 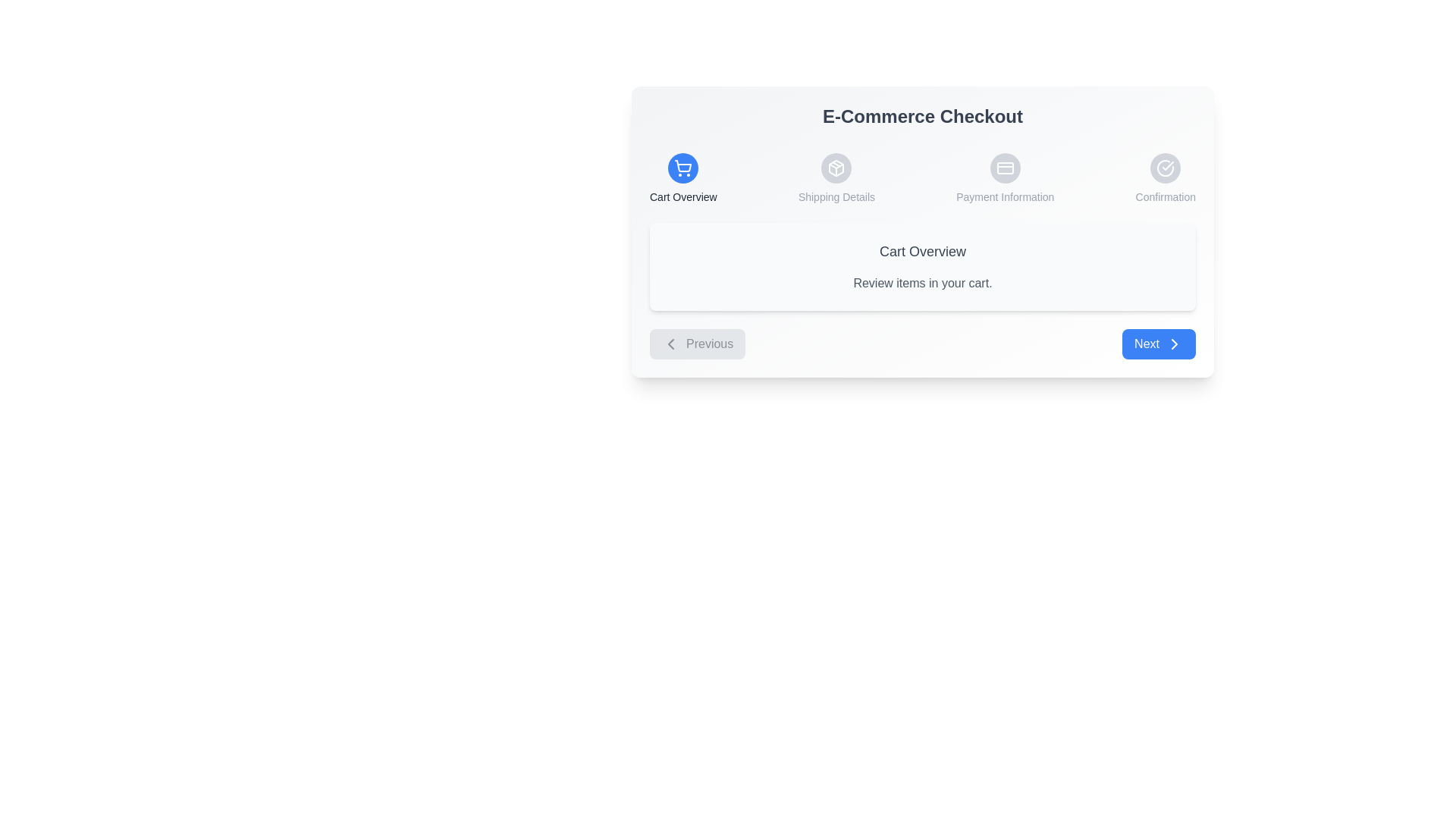 What do you see at coordinates (682, 196) in the screenshot?
I see `the 'Cart Overview' text label, which is styled in gray and located beneath a circular shopping cart icon` at bounding box center [682, 196].